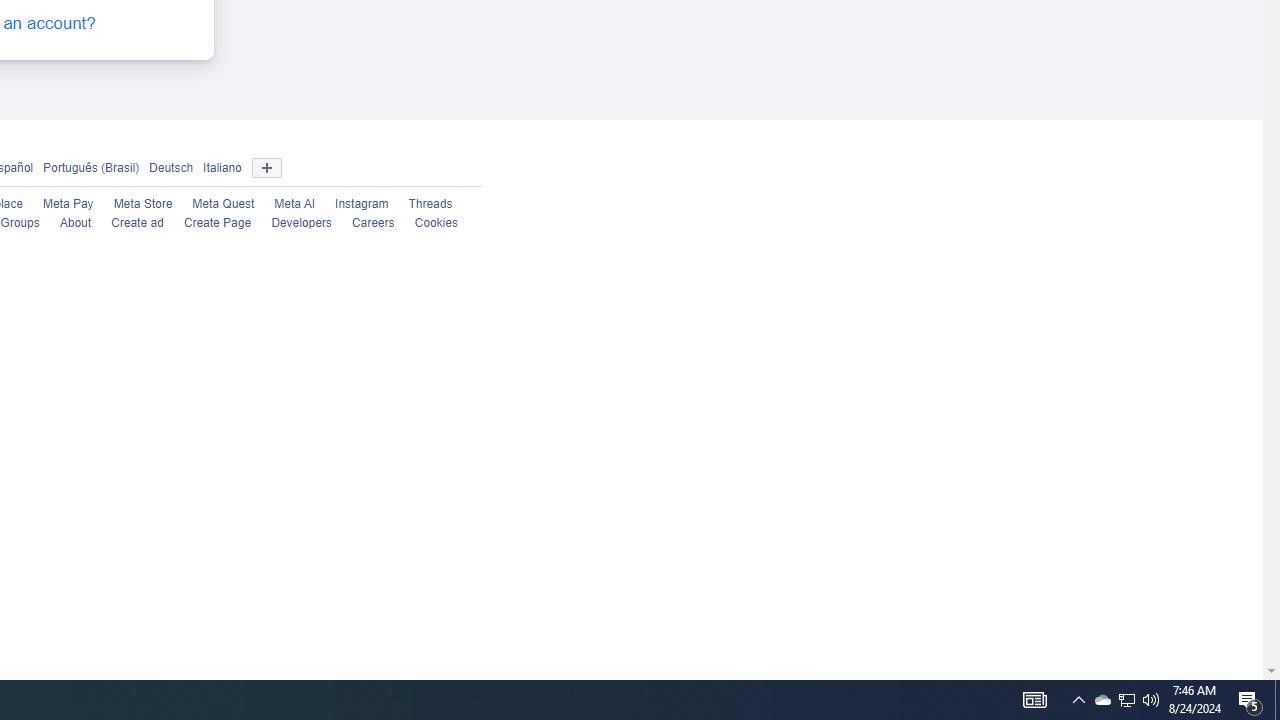 This screenshot has height=720, width=1280. I want to click on 'Create Page', so click(217, 223).